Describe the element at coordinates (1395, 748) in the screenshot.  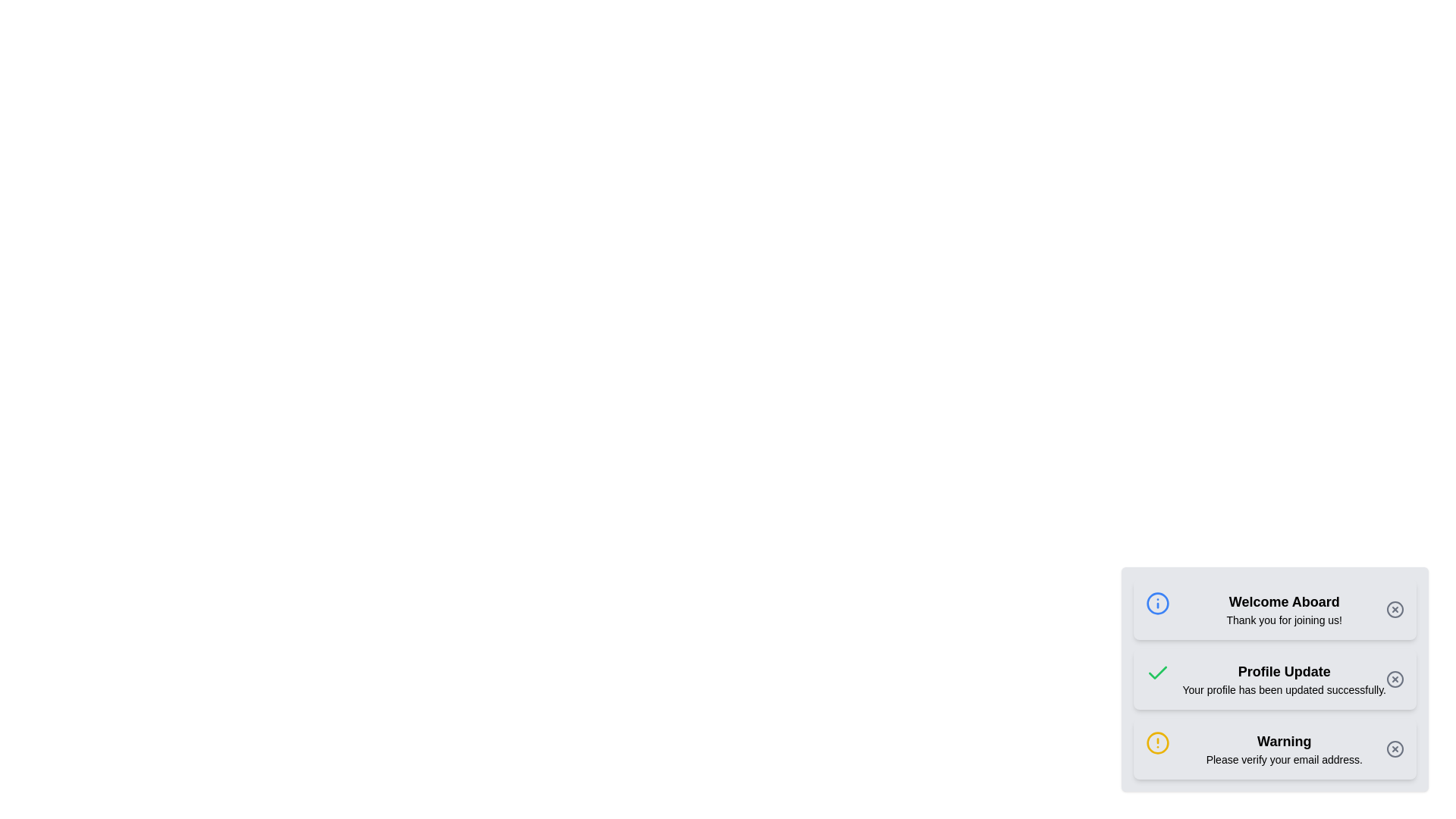
I see `keyboard navigation` at that location.